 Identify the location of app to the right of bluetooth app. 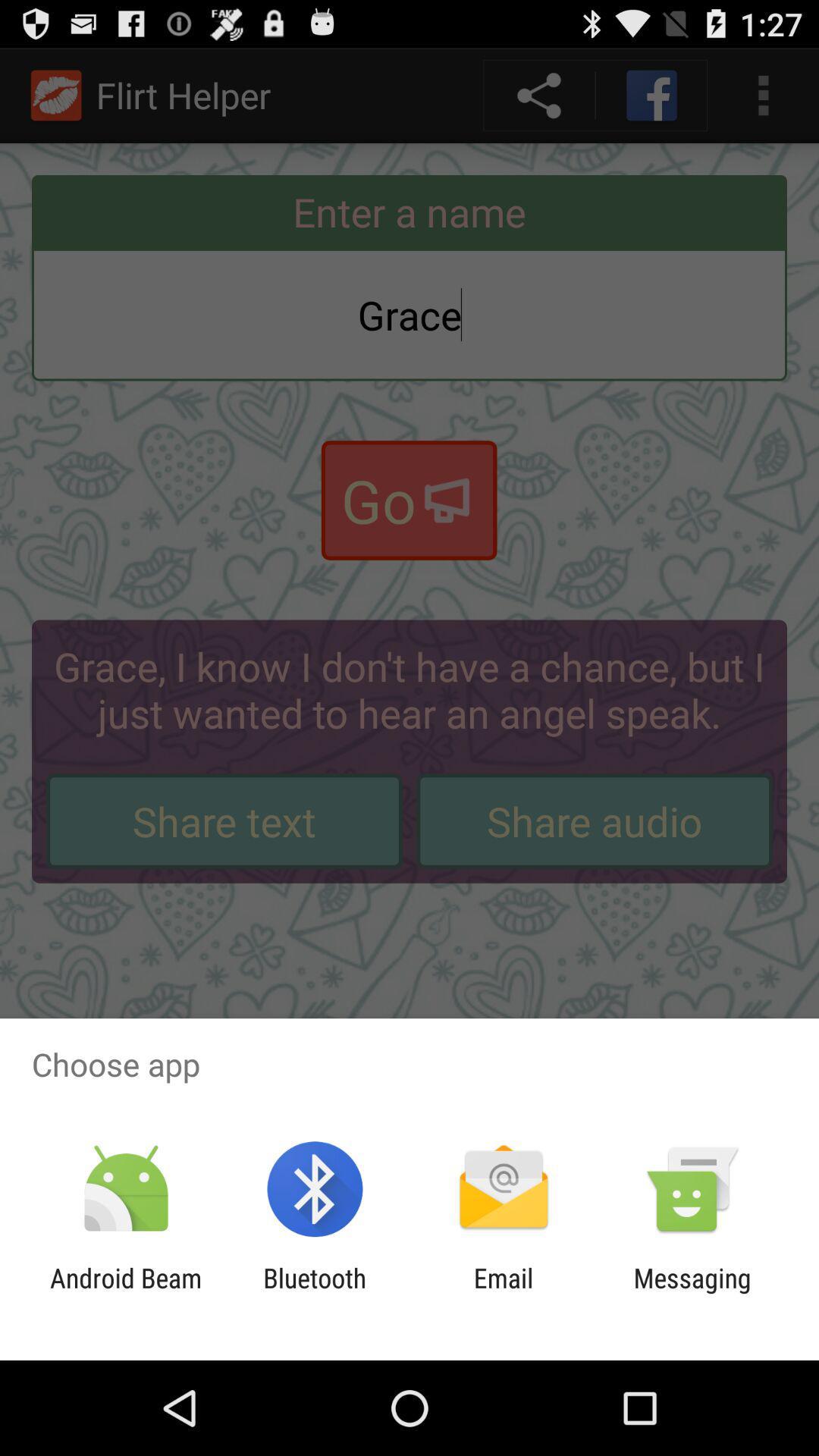
(504, 1293).